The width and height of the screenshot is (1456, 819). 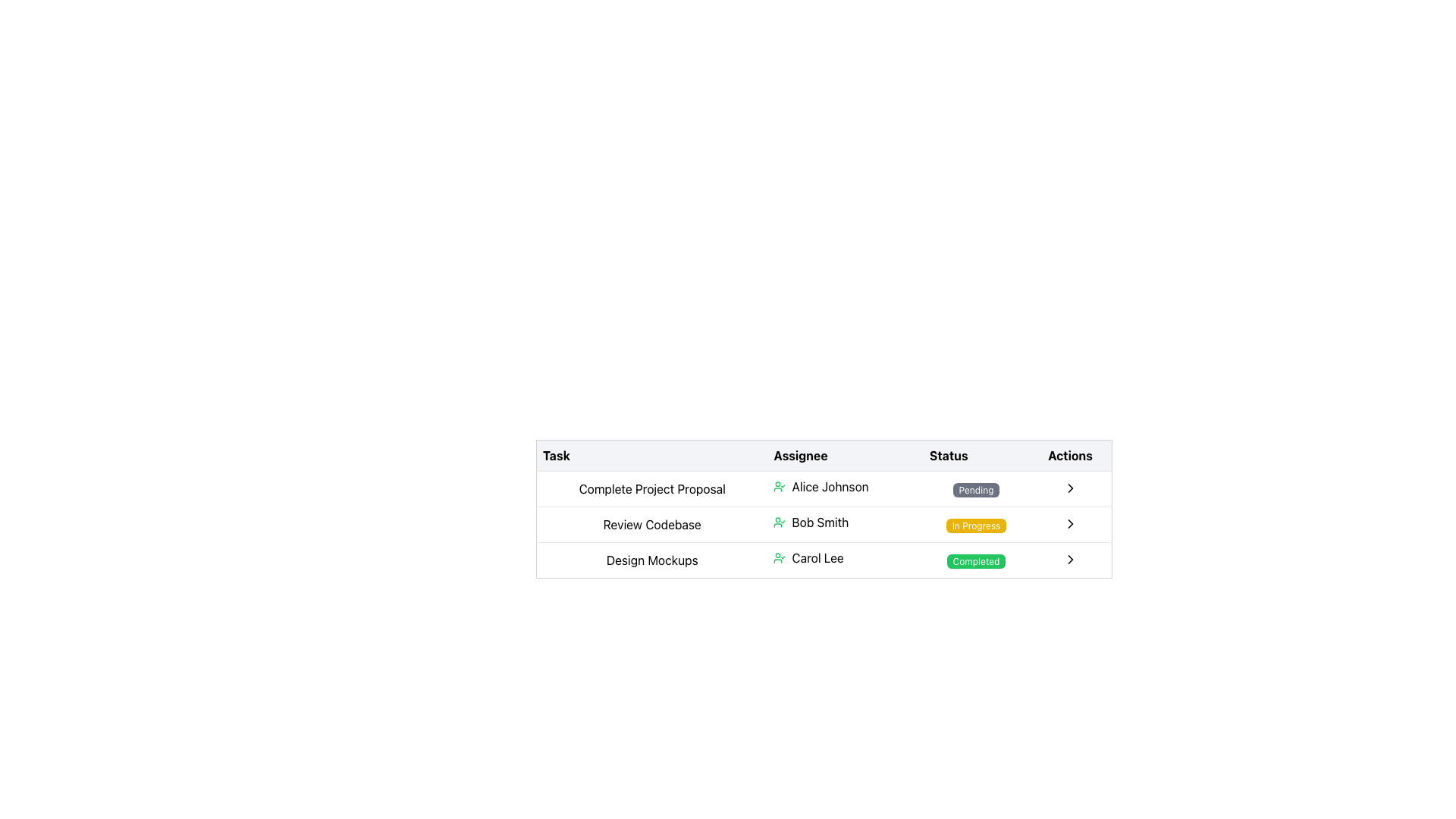 I want to click on the navigational aid icon located in the last column of the second row of the table interface, so click(x=1069, y=559).